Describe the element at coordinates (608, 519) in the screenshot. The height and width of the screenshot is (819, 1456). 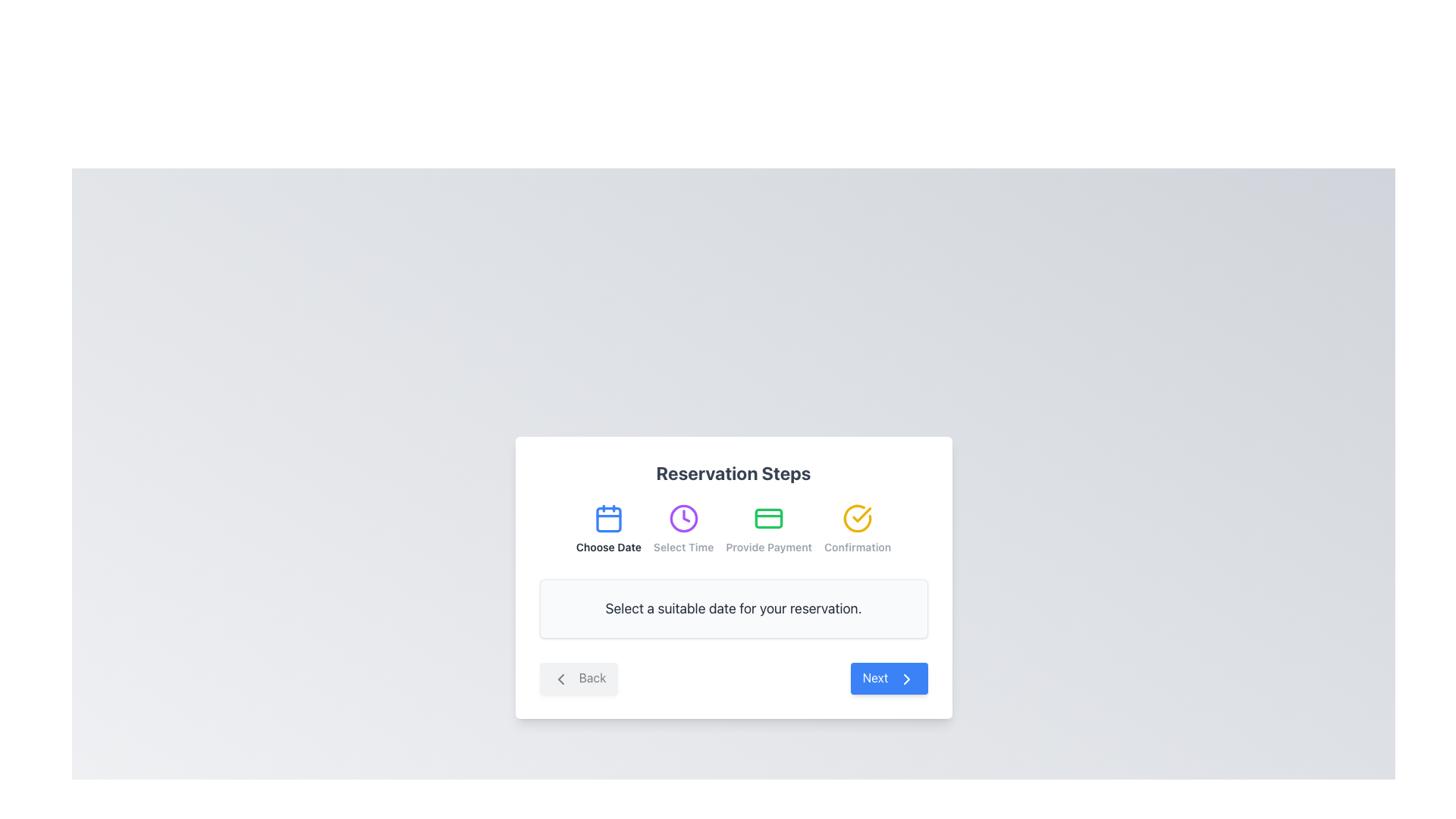
I see `the graphical rectangle component that is centered within the calendar icon labeled 'Choose Date' in the upper section of the interface` at that location.